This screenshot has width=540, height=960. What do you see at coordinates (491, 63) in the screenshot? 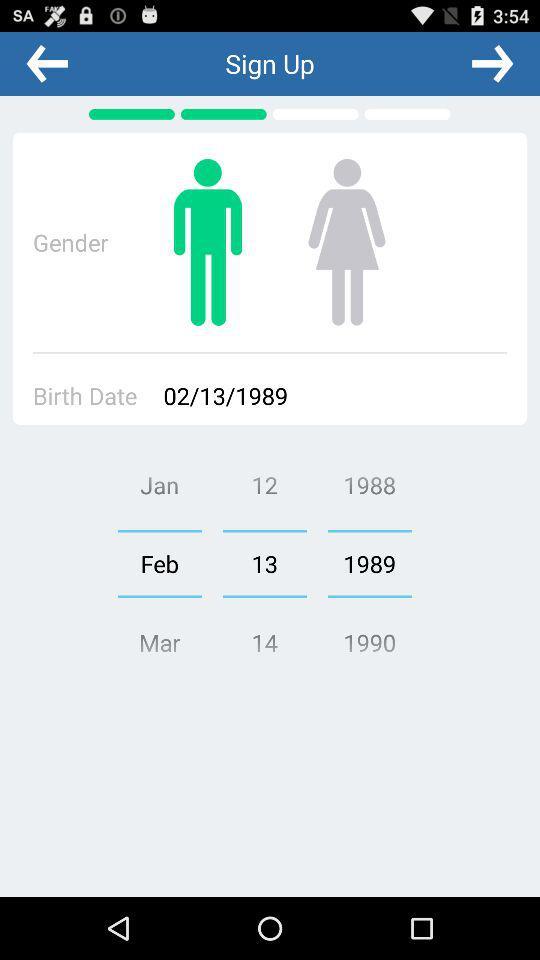
I see `go forward` at bounding box center [491, 63].